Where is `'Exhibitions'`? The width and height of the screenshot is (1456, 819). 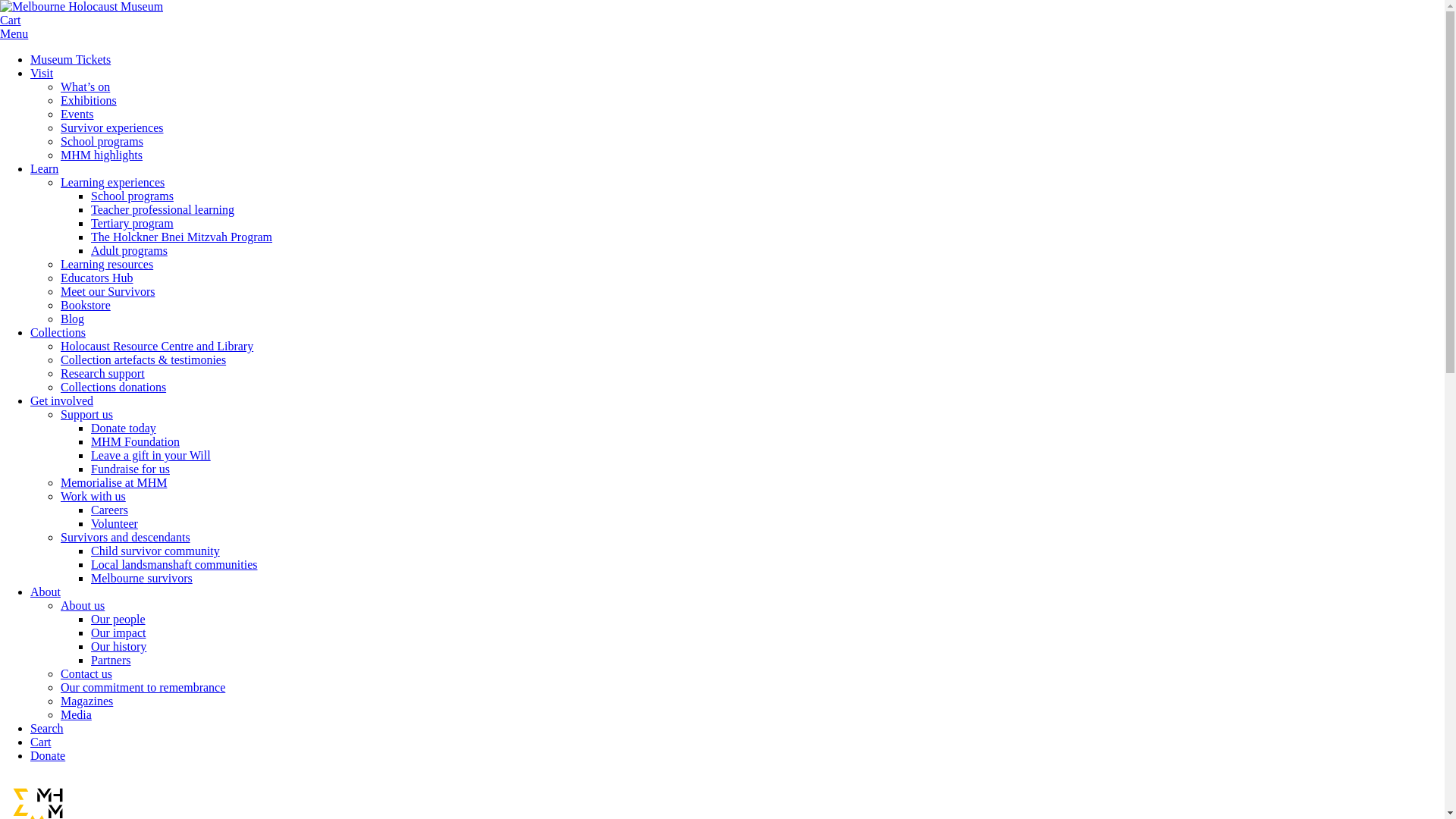
'Exhibitions' is located at coordinates (87, 100).